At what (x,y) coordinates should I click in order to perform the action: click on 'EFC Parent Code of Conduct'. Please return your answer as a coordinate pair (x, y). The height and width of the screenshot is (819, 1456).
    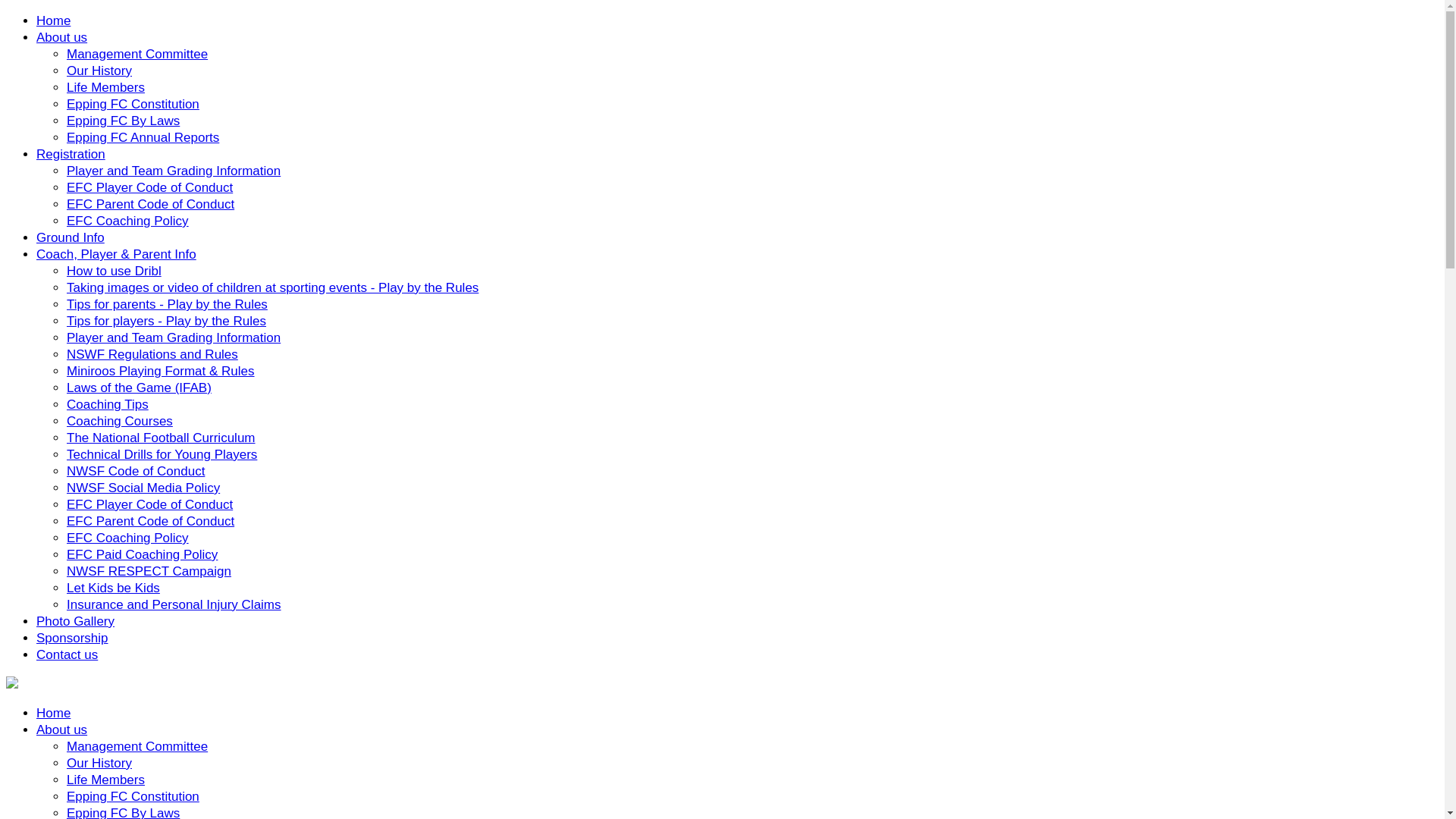
    Looking at the image, I should click on (150, 520).